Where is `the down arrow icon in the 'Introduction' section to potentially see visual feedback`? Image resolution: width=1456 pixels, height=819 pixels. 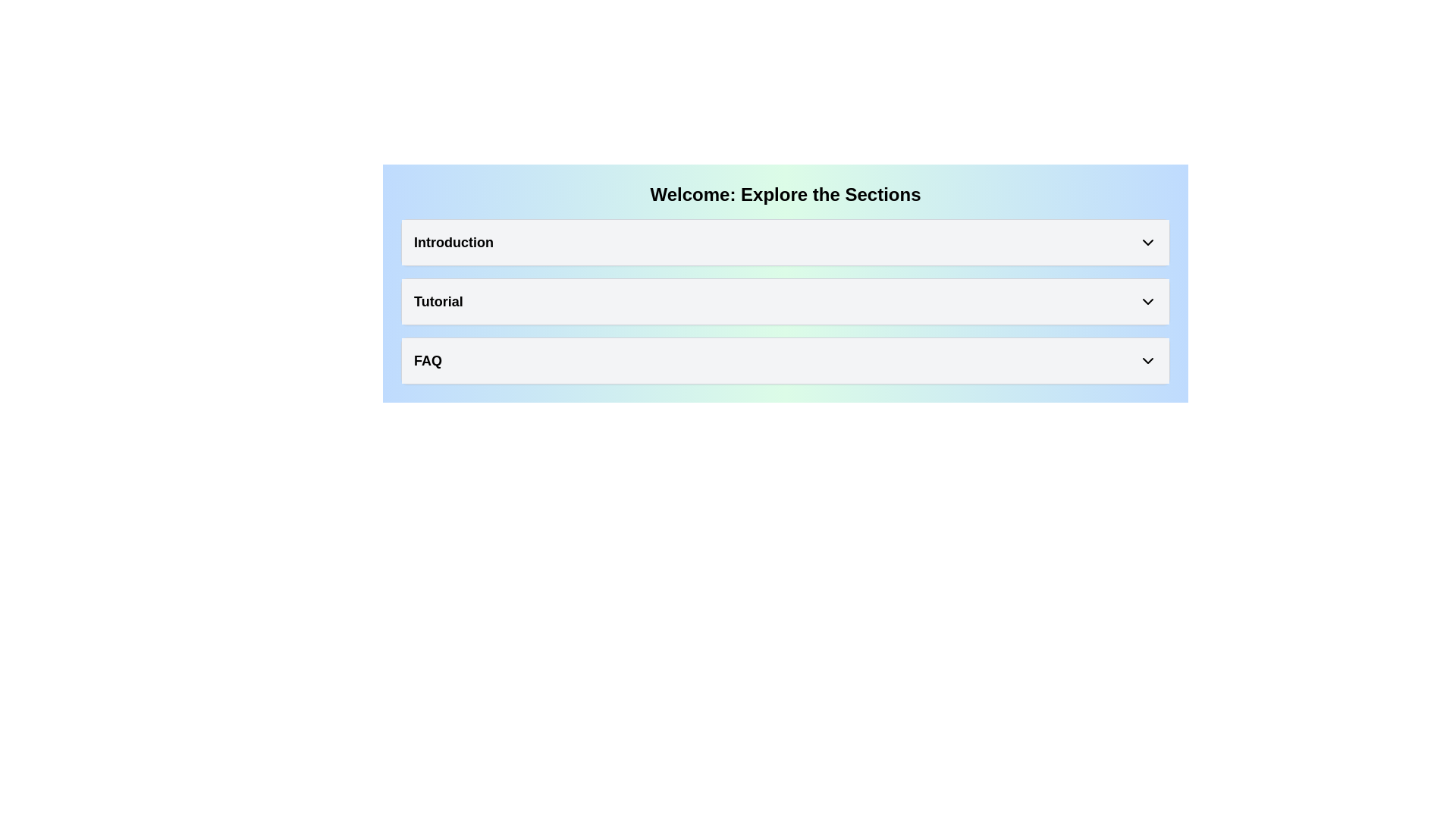
the down arrow icon in the 'Introduction' section to potentially see visual feedback is located at coordinates (1147, 242).